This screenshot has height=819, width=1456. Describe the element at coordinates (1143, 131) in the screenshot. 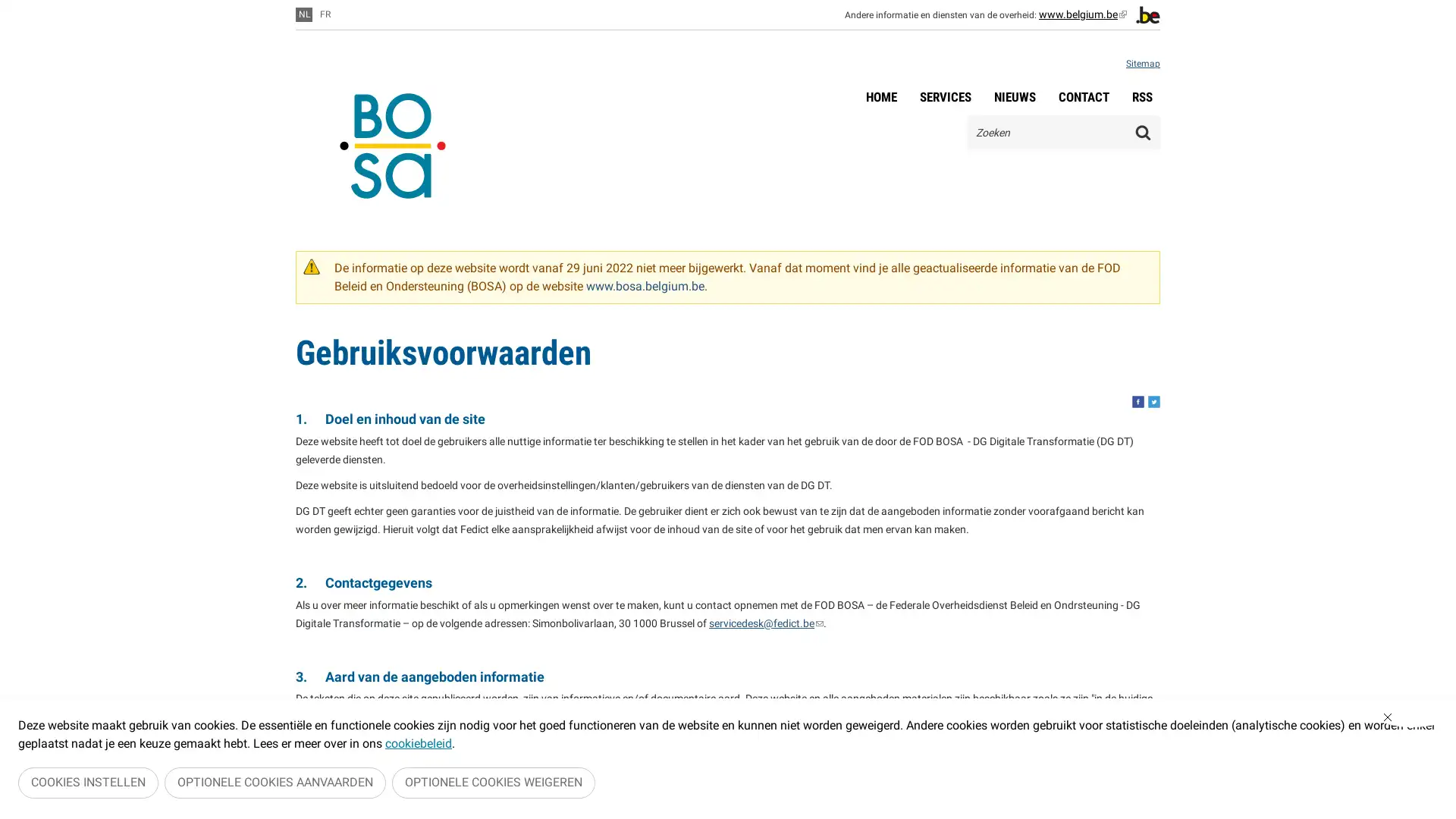

I see `Zoeken` at that location.